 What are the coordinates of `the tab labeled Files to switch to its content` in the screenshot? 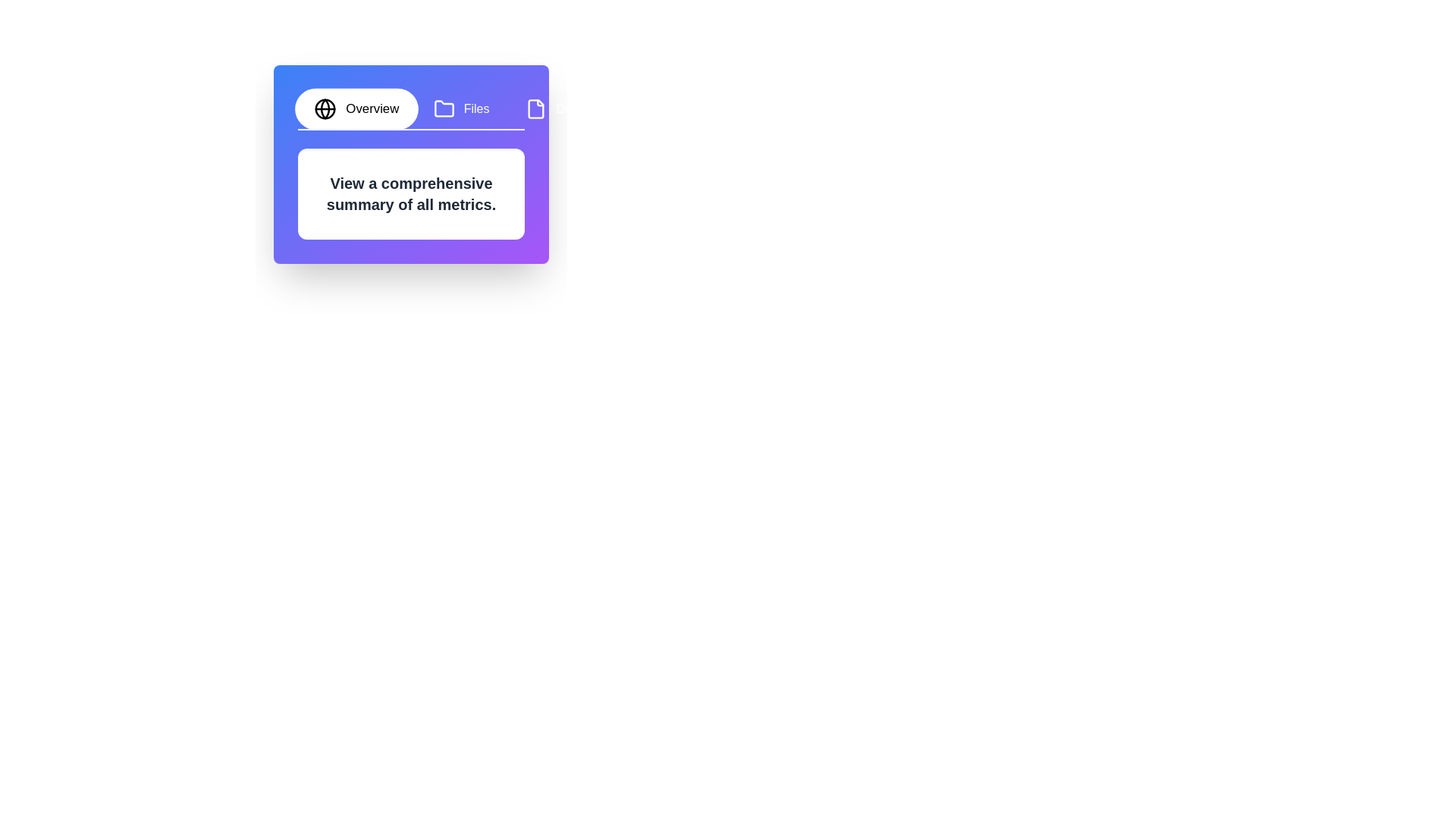 It's located at (460, 108).